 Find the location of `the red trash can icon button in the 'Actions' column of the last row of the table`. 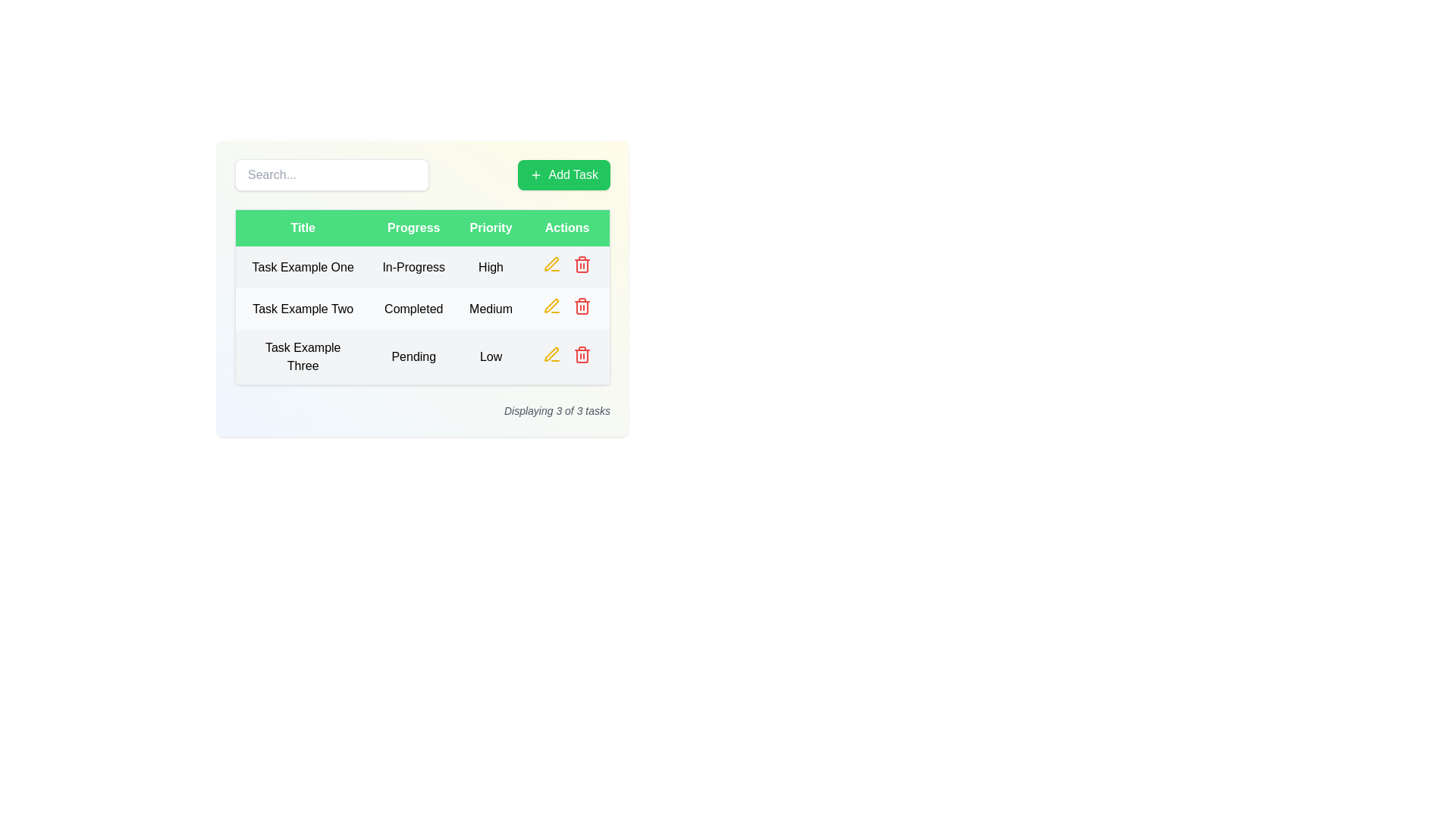

the red trash can icon button in the 'Actions' column of the last row of the table is located at coordinates (582, 263).